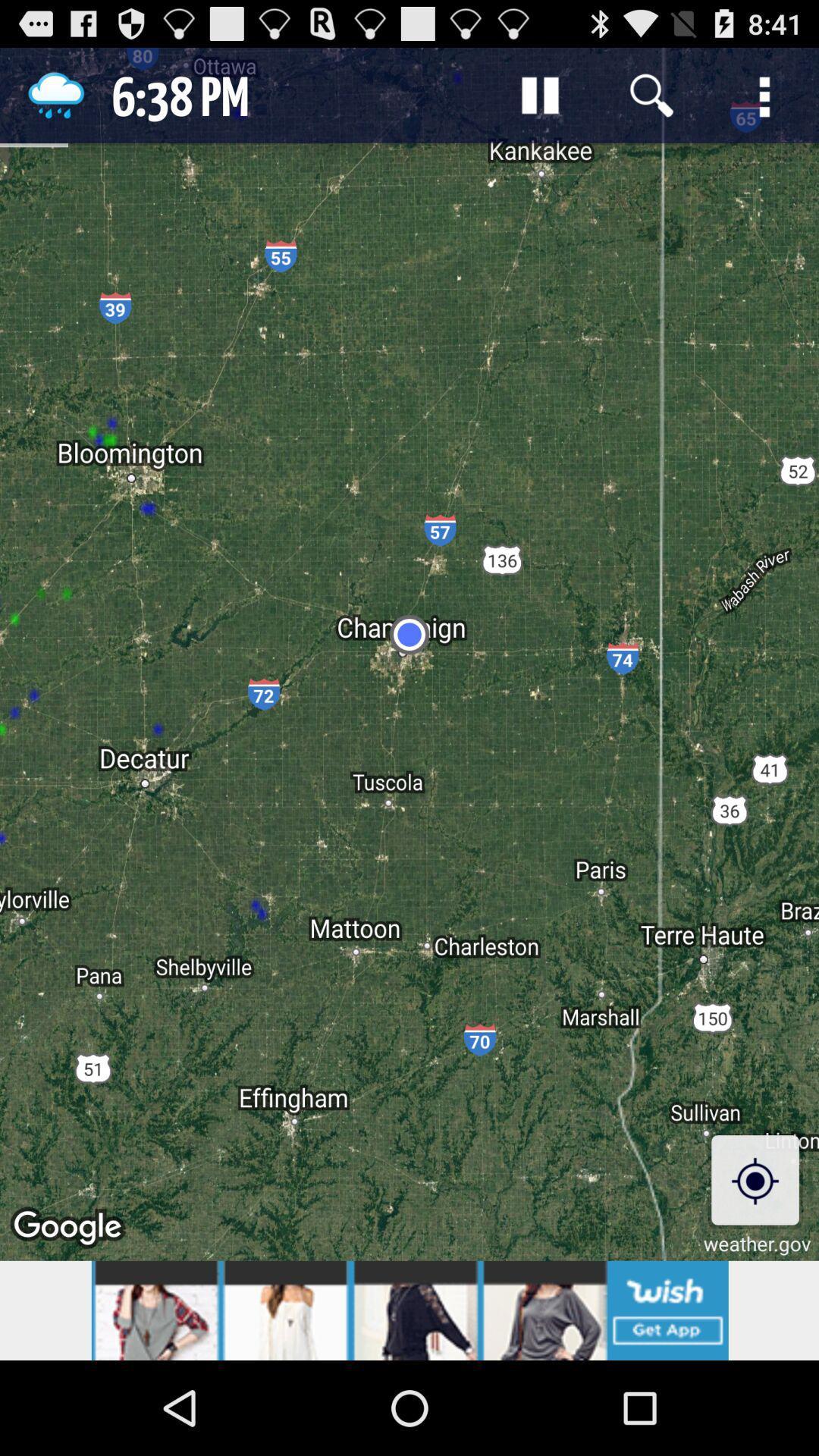  Describe the element at coordinates (409, 1310) in the screenshot. I see `advertising app` at that location.